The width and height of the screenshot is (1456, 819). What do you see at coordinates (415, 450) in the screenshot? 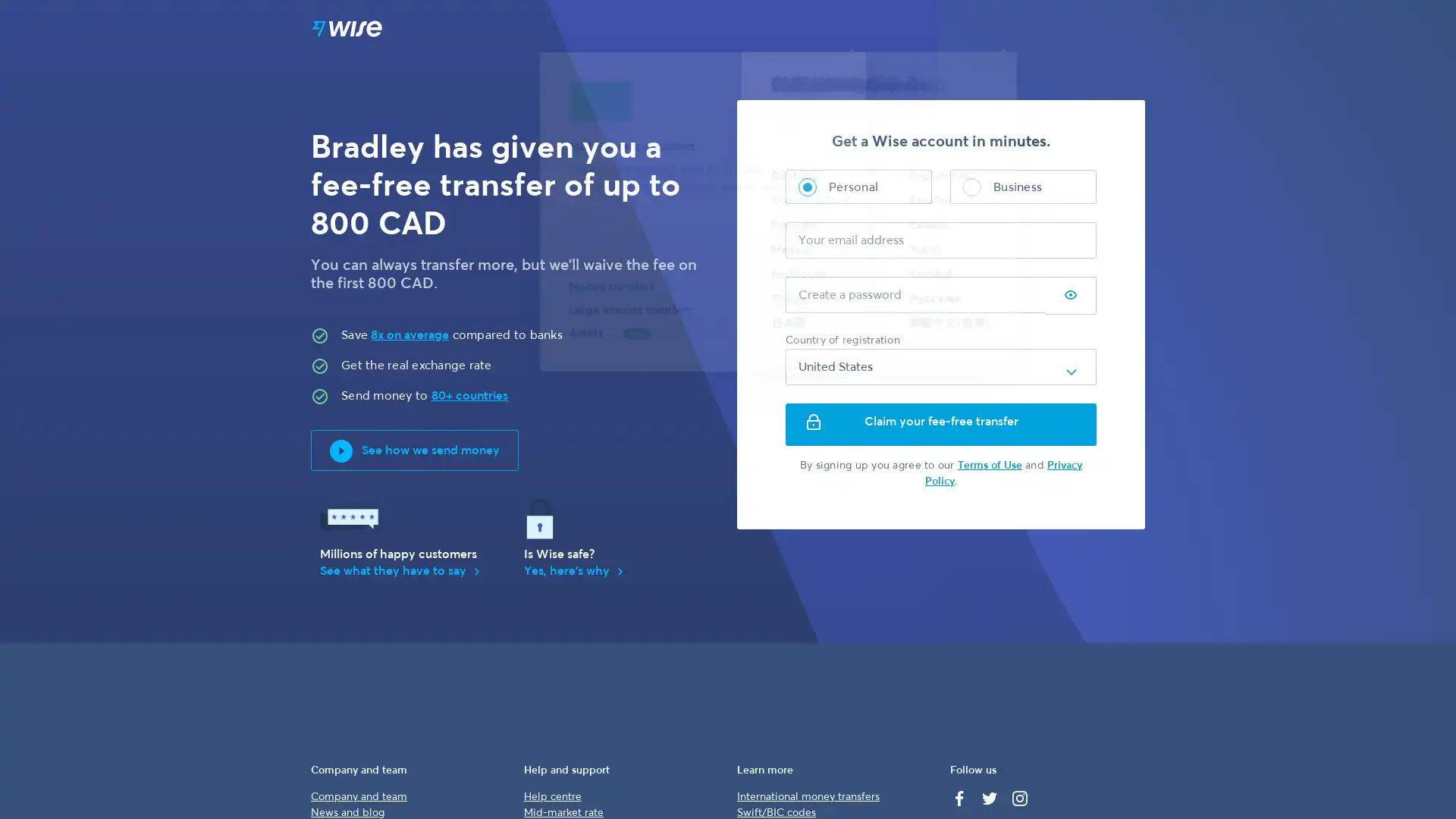
I see `See how we send money` at bounding box center [415, 450].